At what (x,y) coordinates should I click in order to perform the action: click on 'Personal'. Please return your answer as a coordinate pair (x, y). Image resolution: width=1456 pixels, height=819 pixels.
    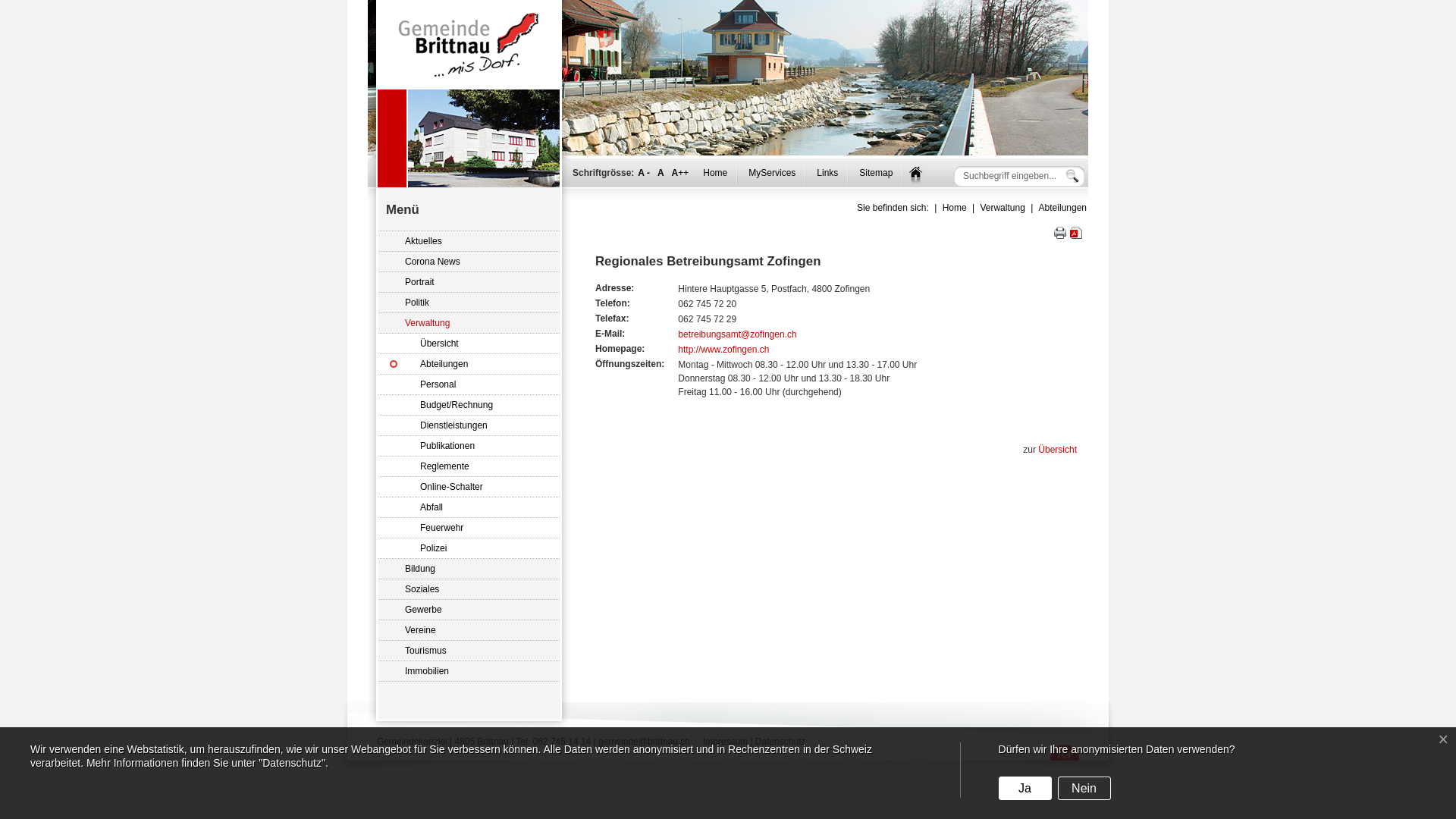
    Looking at the image, I should click on (468, 384).